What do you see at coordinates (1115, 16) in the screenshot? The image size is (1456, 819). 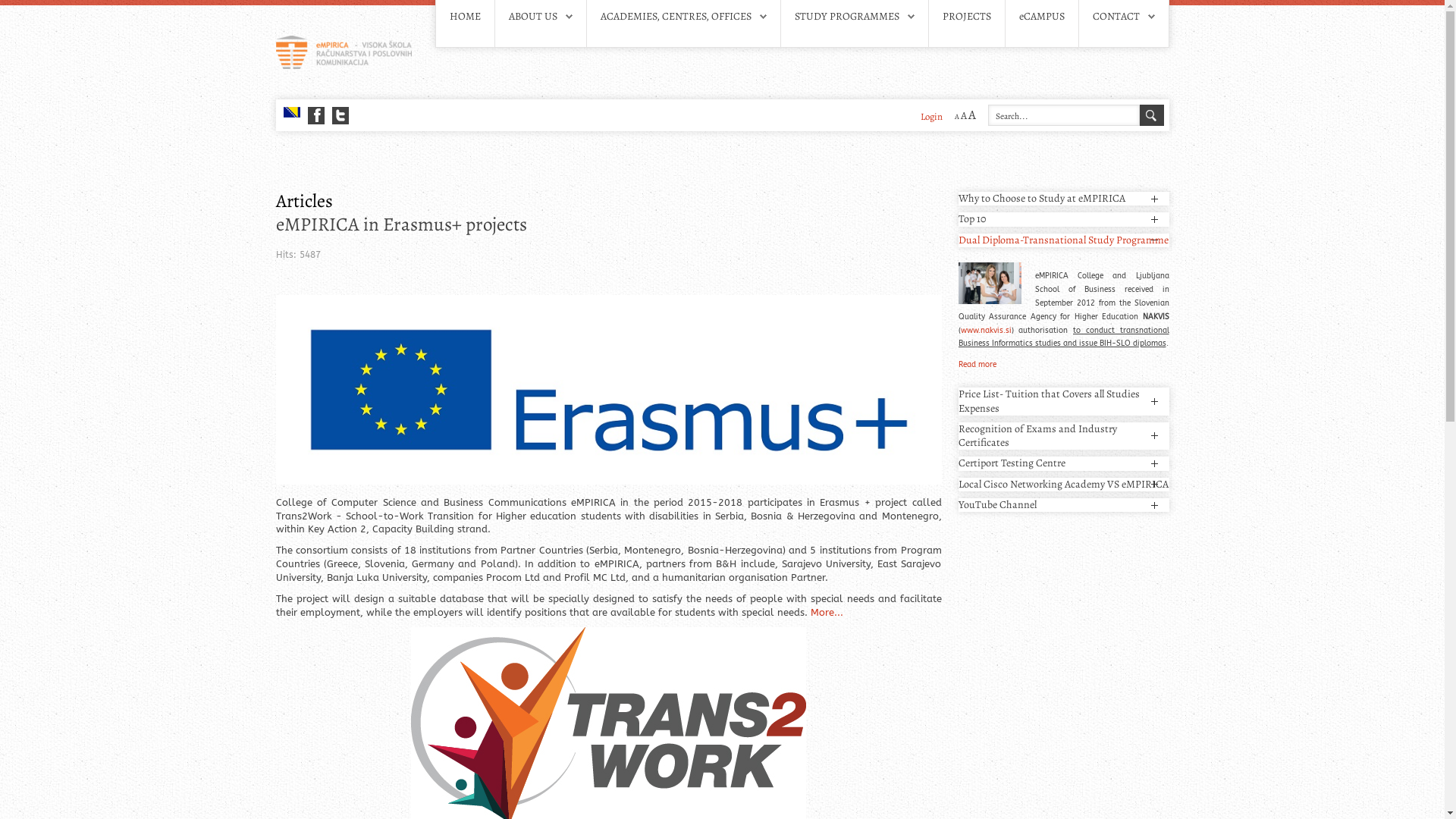 I see `'CONTACT'` at bounding box center [1115, 16].